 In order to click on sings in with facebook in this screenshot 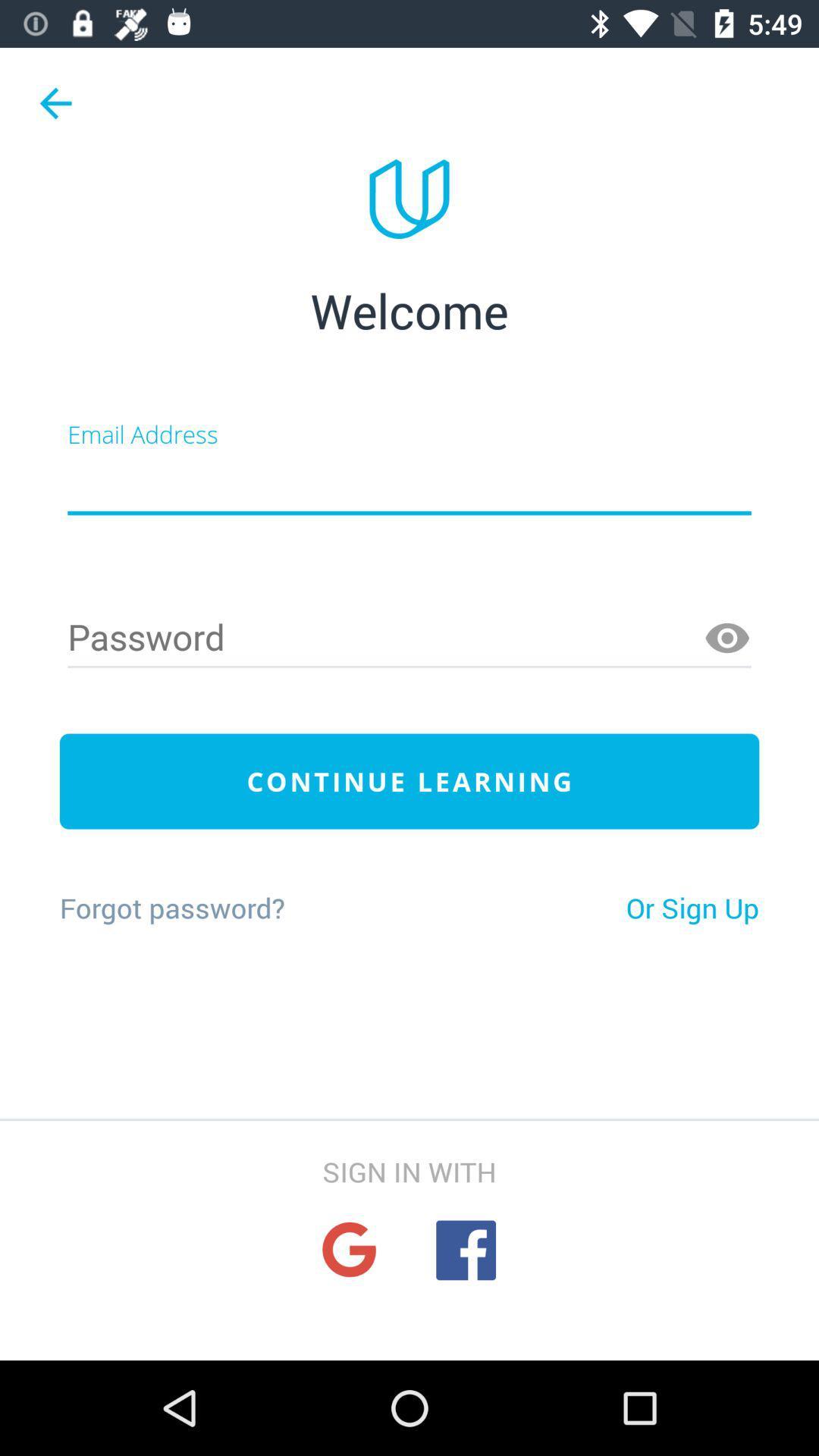, I will do `click(465, 1250)`.